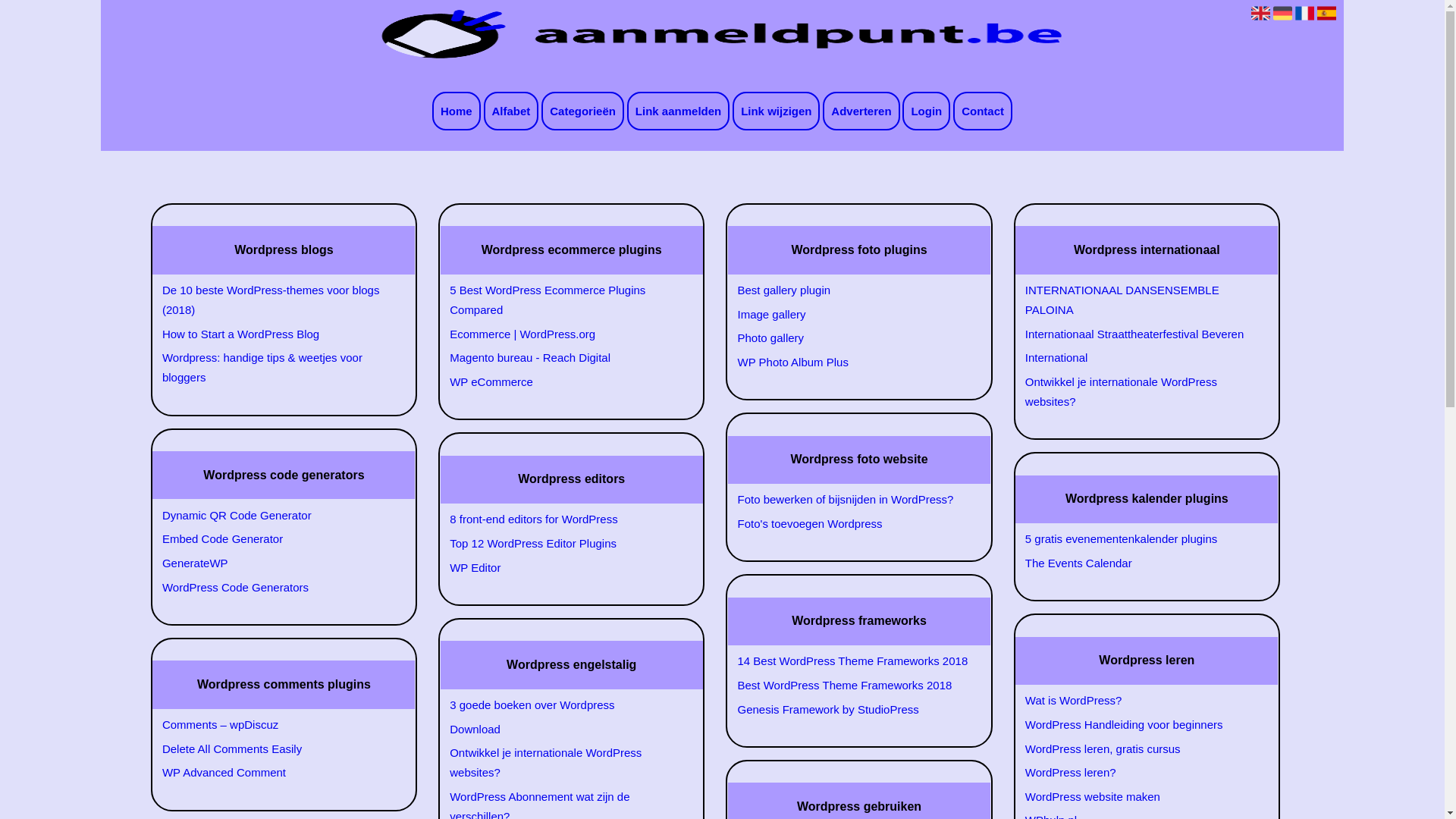  What do you see at coordinates (1138, 701) in the screenshot?
I see `'Wat is WordPress?'` at bounding box center [1138, 701].